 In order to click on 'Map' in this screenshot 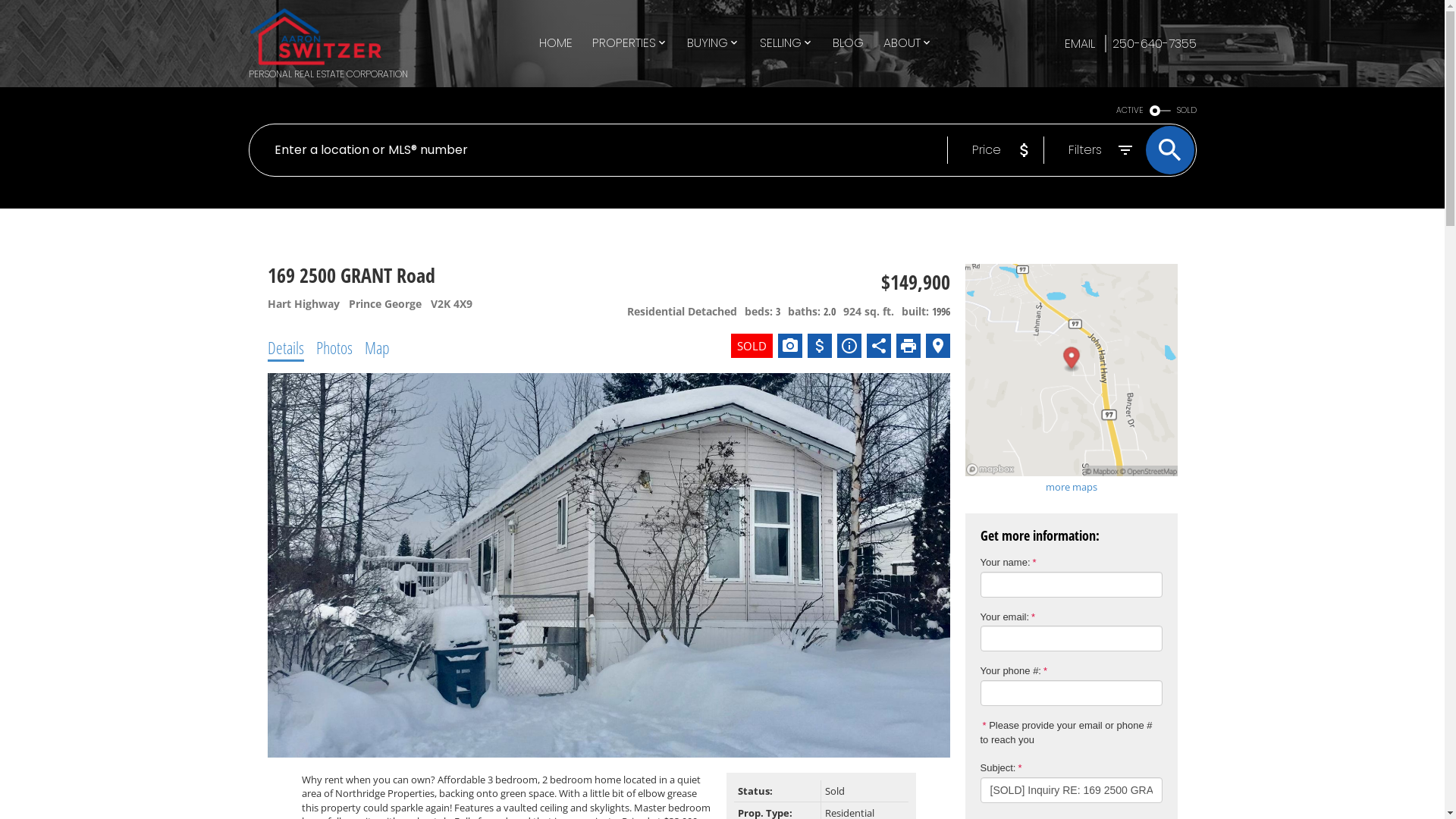, I will do `click(376, 347)`.